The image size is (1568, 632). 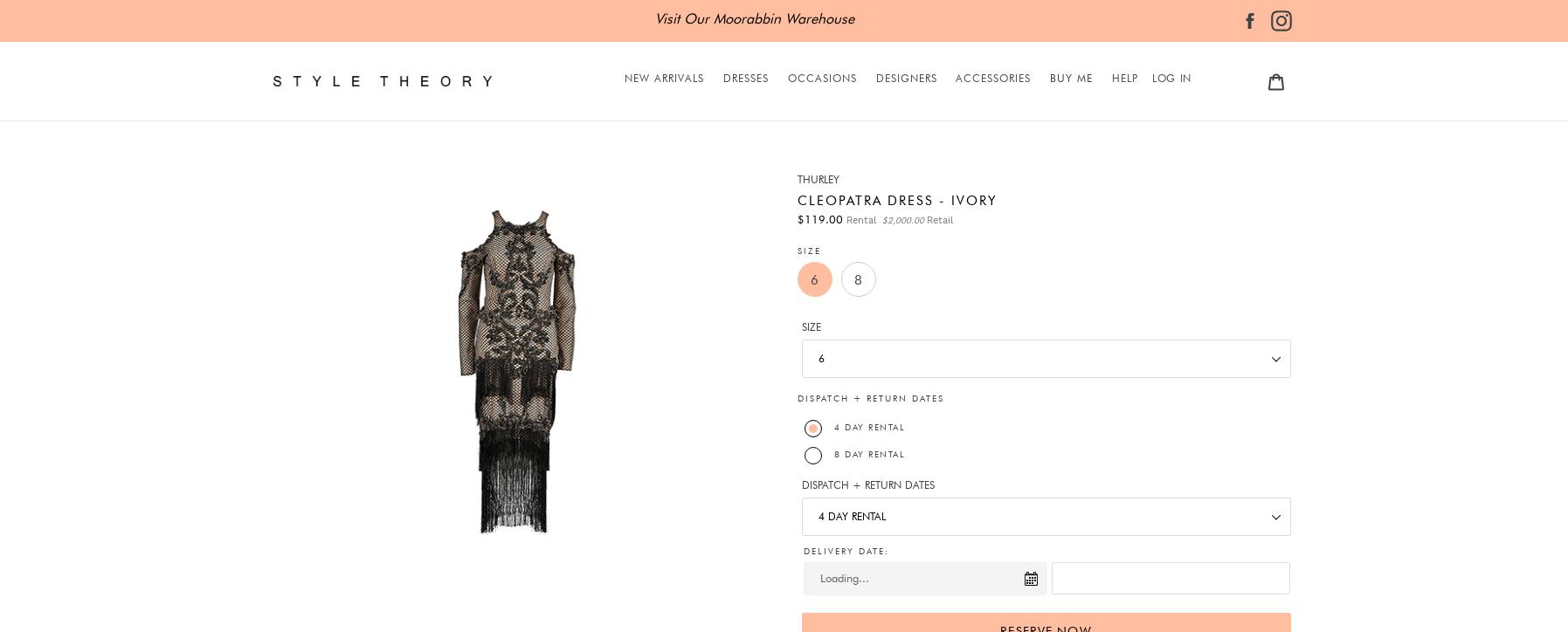 I want to click on 'Pregnancy Friendly', so click(x=786, y=335).